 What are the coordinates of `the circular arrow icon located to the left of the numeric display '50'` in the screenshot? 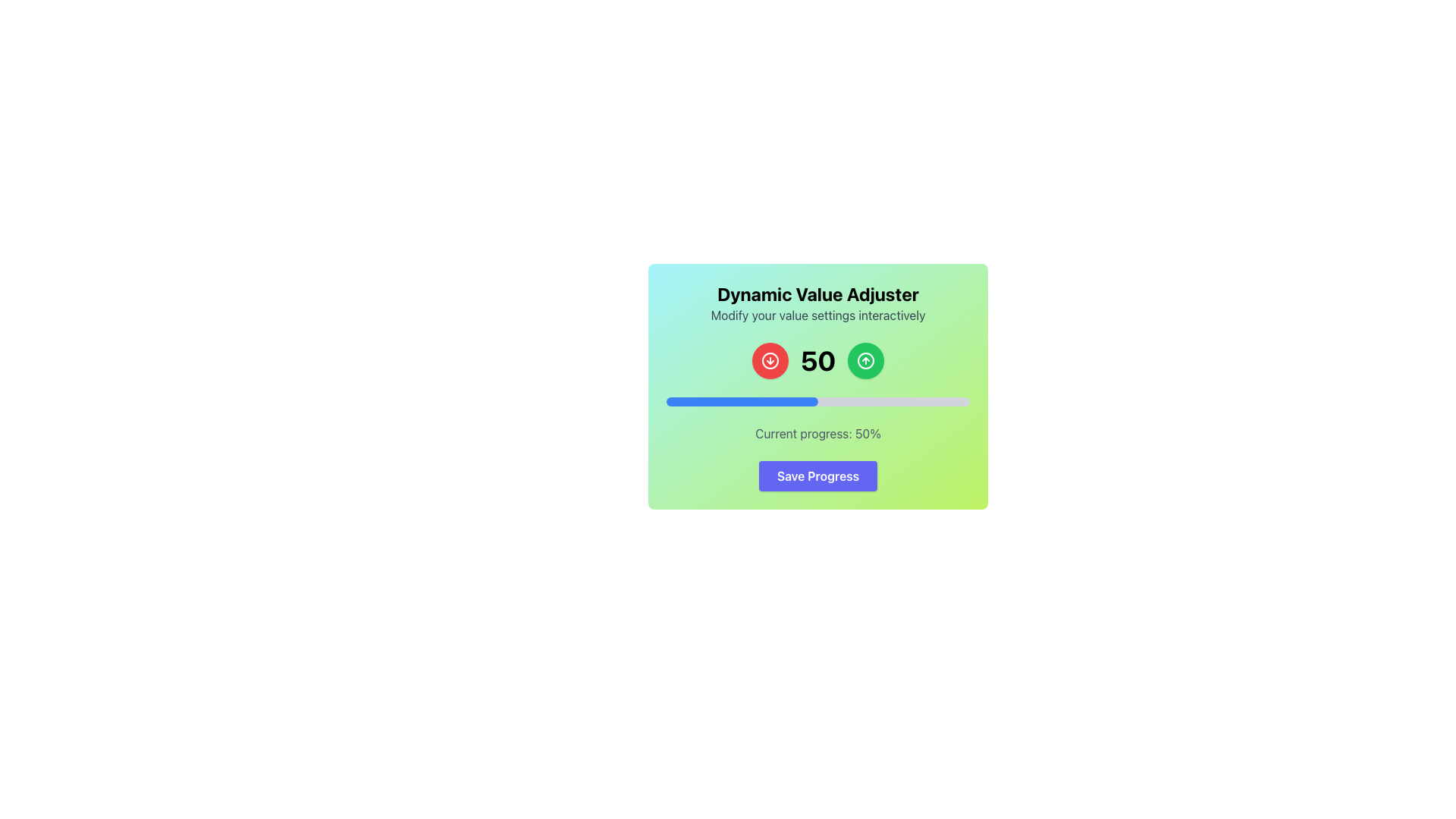 It's located at (770, 360).